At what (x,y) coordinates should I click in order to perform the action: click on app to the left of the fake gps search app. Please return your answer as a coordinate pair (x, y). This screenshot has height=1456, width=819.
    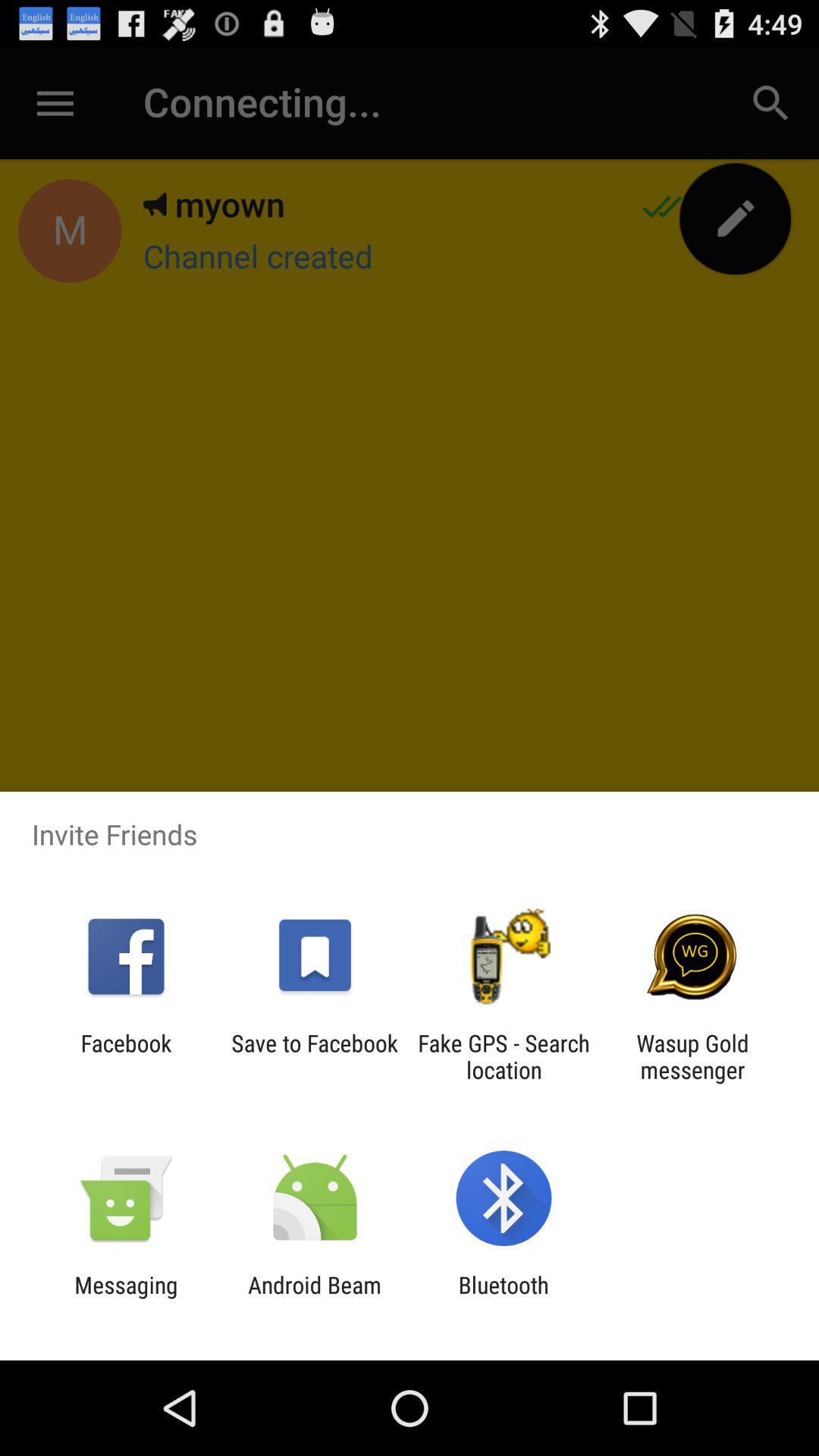
    Looking at the image, I should click on (314, 1056).